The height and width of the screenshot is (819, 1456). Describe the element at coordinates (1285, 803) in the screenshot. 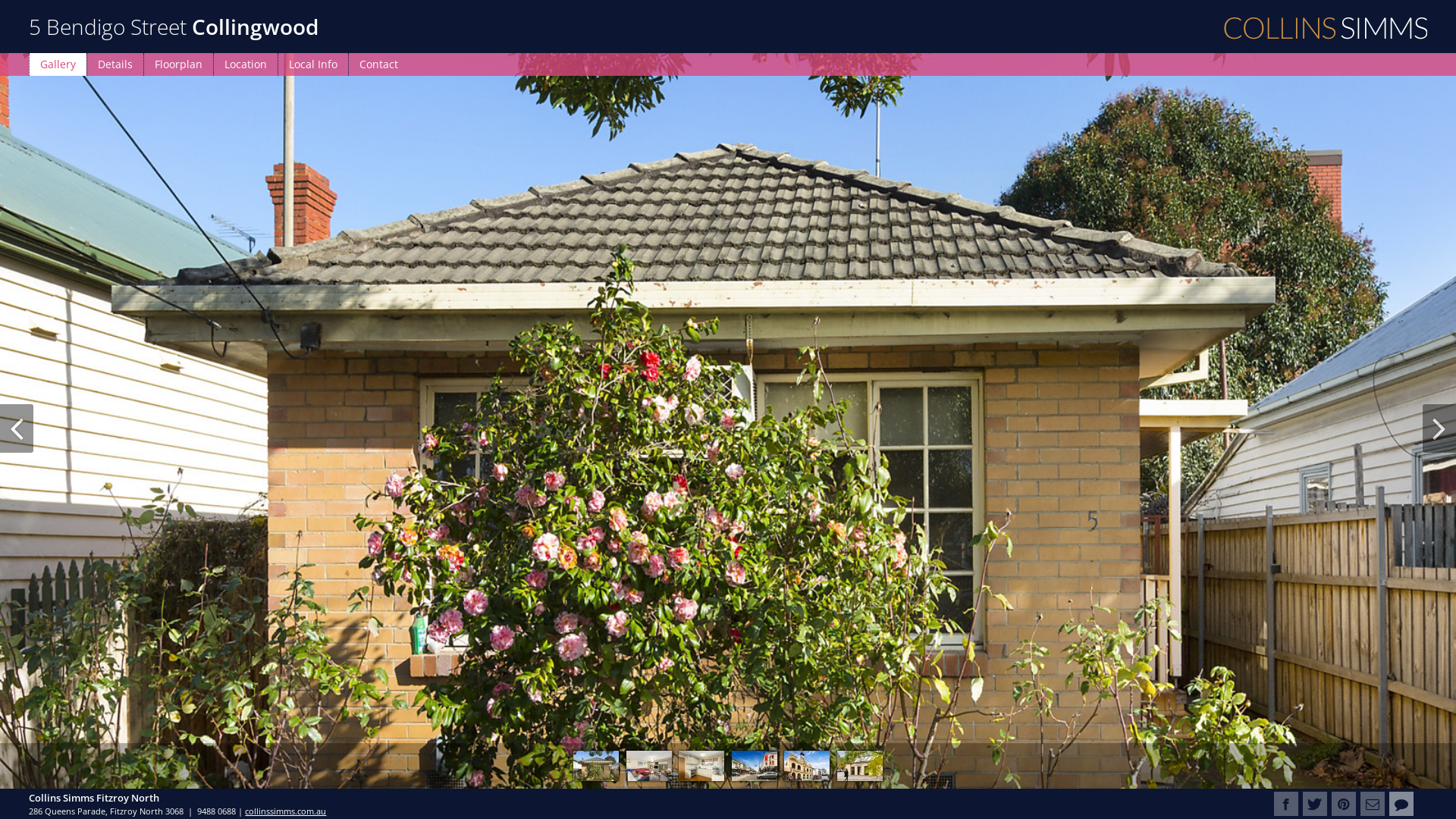

I see `'Share this property on Facebook'` at that location.